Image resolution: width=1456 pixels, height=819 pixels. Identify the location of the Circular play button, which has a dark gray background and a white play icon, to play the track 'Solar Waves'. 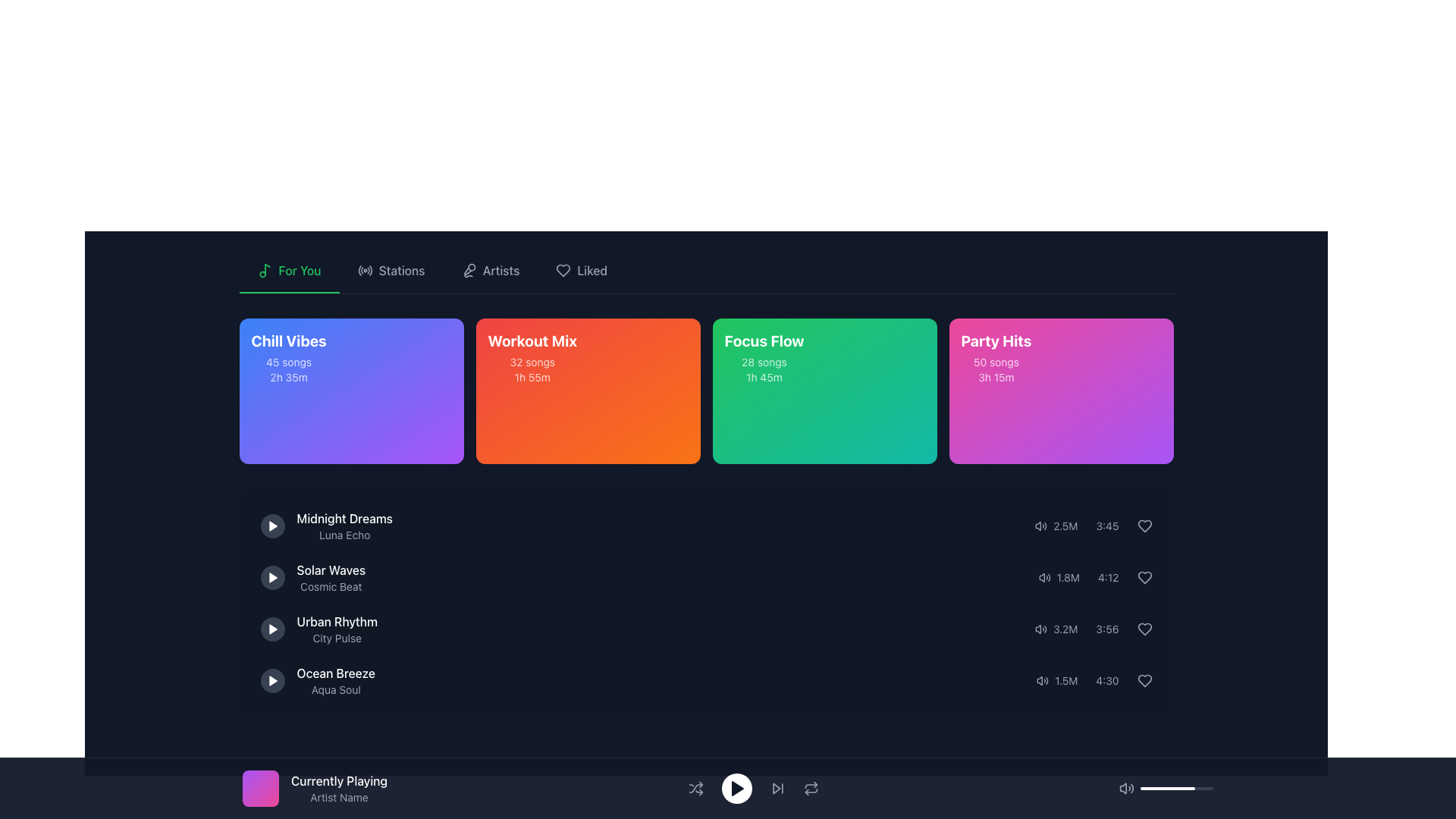
(272, 578).